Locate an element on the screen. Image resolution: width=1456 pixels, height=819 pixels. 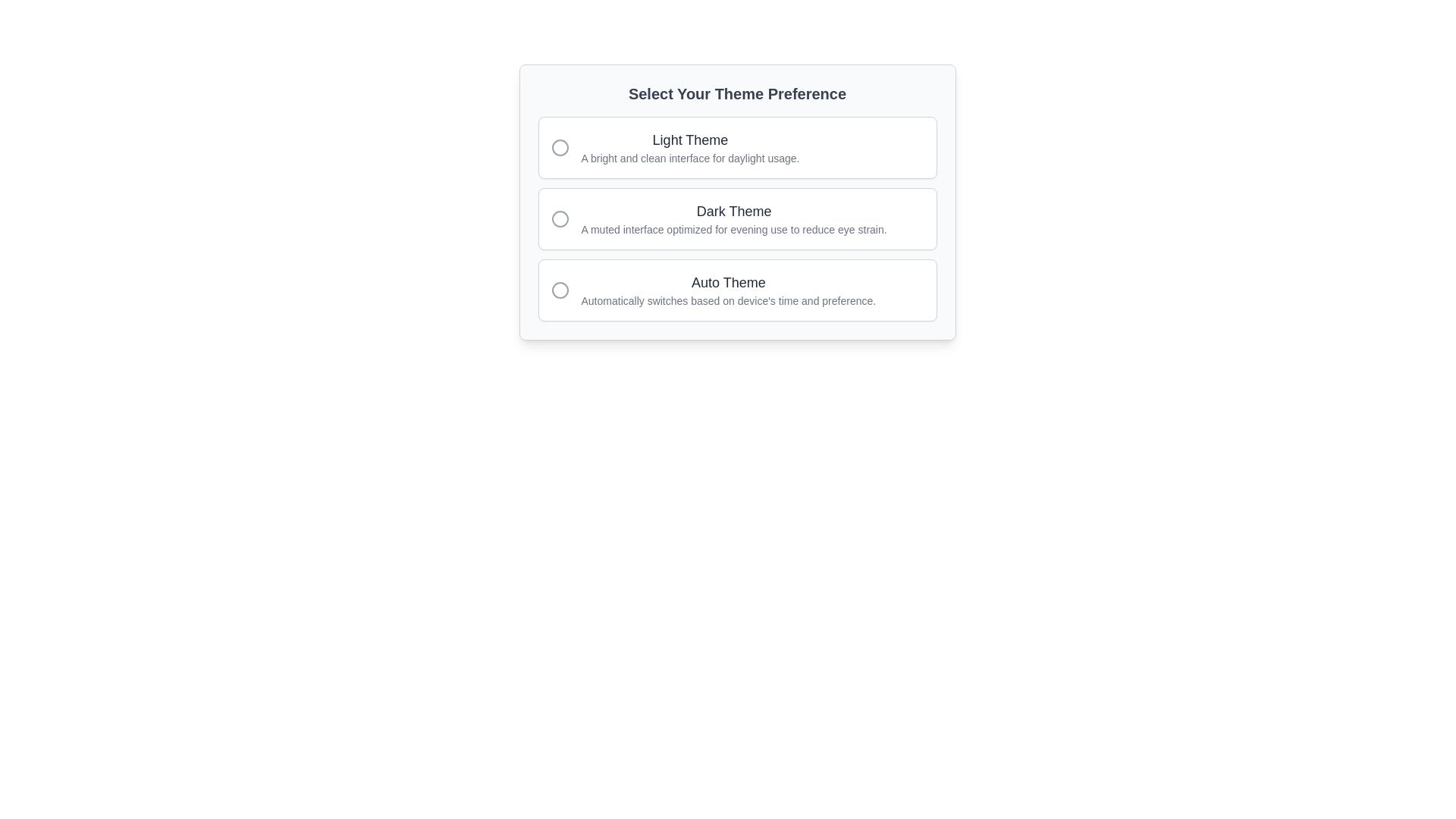
the 'Dark Theme' option, which is the middle element in the theme preference selectors is located at coordinates (734, 219).